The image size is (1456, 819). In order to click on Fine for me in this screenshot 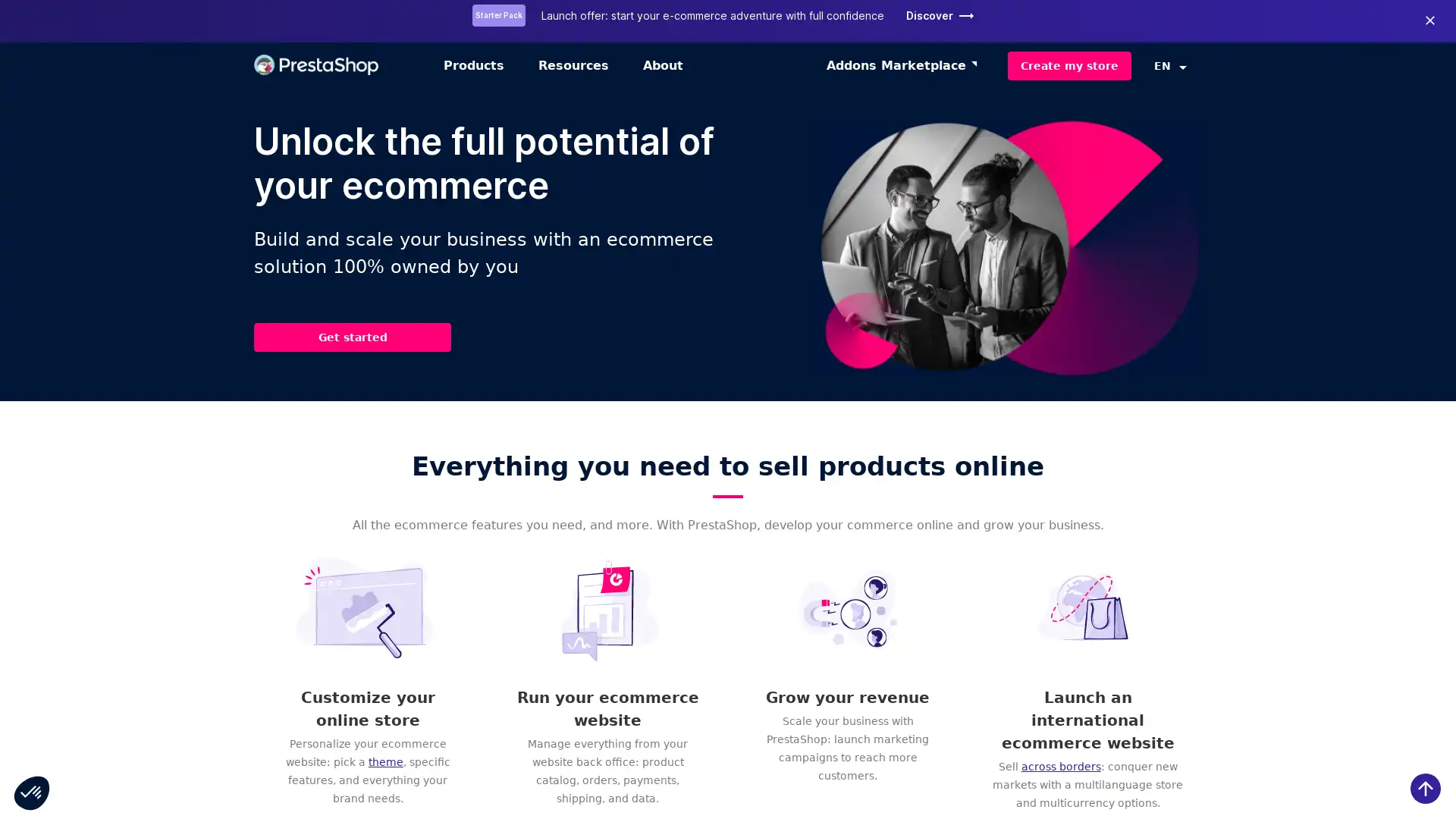, I will do `click(280, 742)`.